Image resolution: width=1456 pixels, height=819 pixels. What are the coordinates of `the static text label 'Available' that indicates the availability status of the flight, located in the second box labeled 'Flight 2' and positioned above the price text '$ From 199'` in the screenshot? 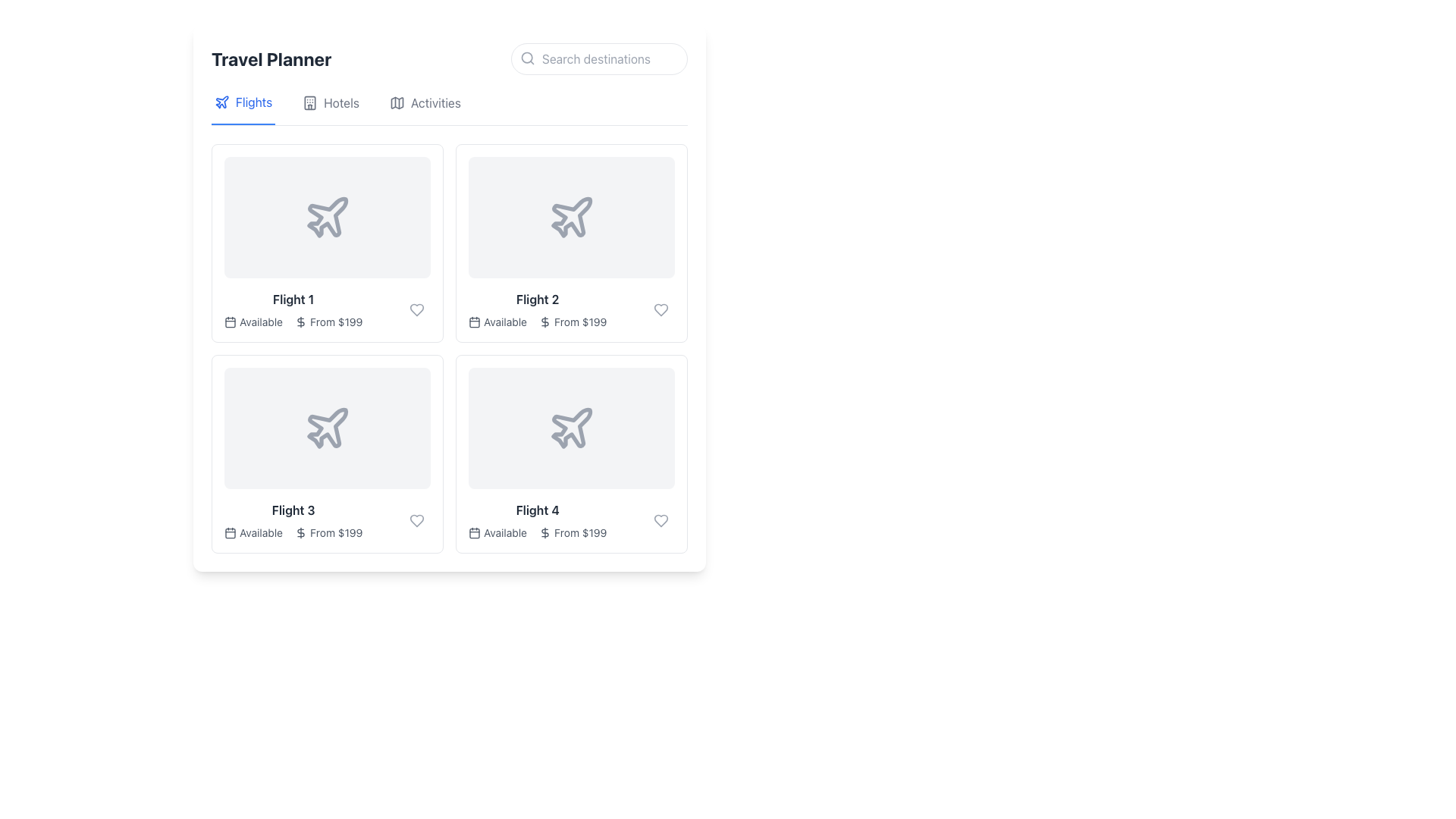 It's located at (505, 321).